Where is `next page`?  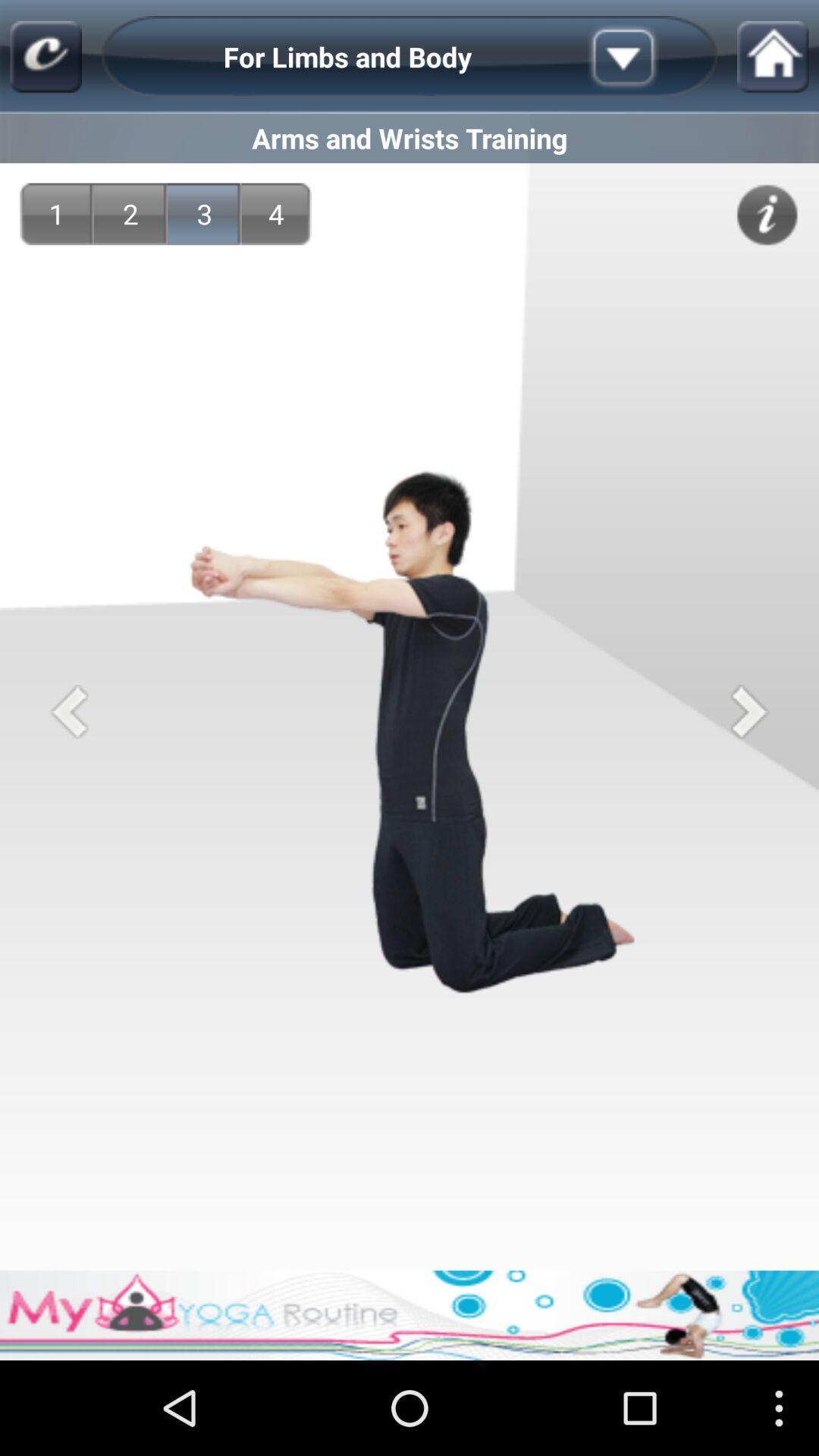 next page is located at coordinates (748, 711).